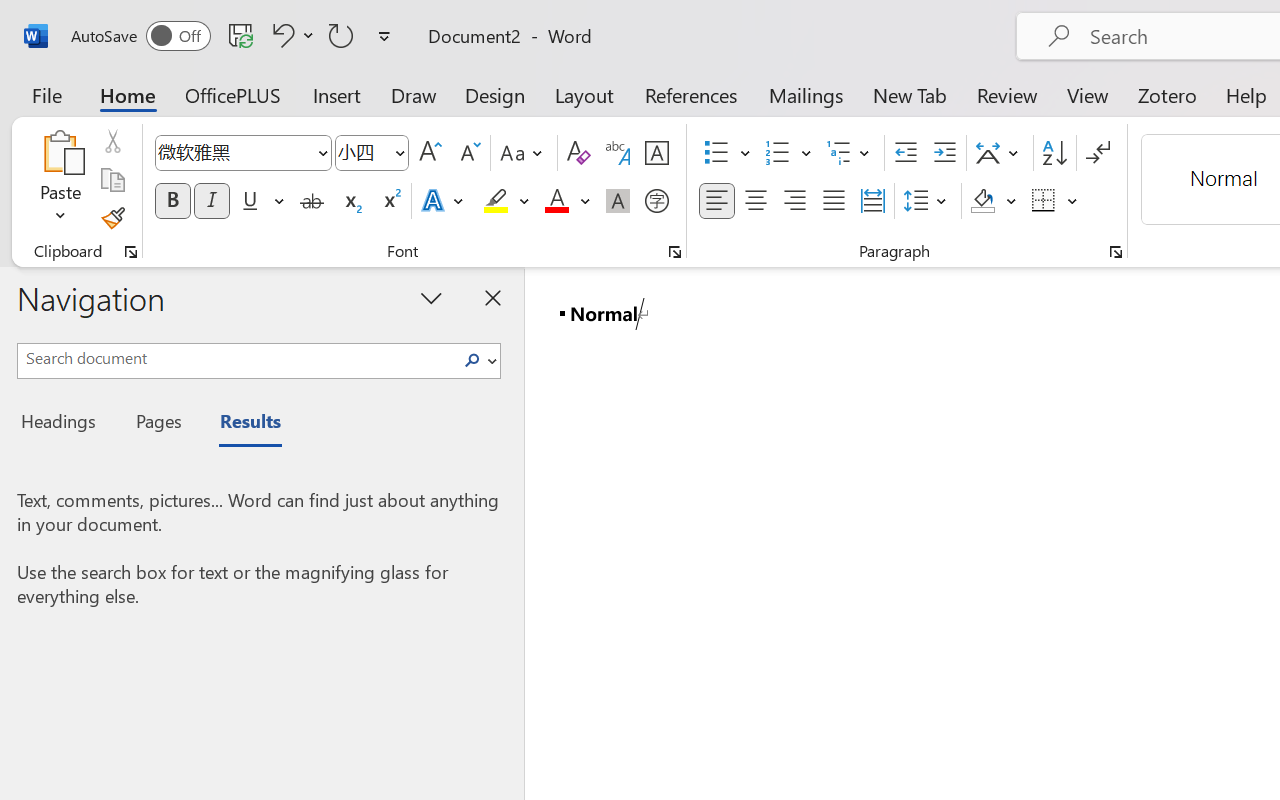 The height and width of the screenshot is (800, 1280). Describe the element at coordinates (1007, 94) in the screenshot. I see `'Review'` at that location.